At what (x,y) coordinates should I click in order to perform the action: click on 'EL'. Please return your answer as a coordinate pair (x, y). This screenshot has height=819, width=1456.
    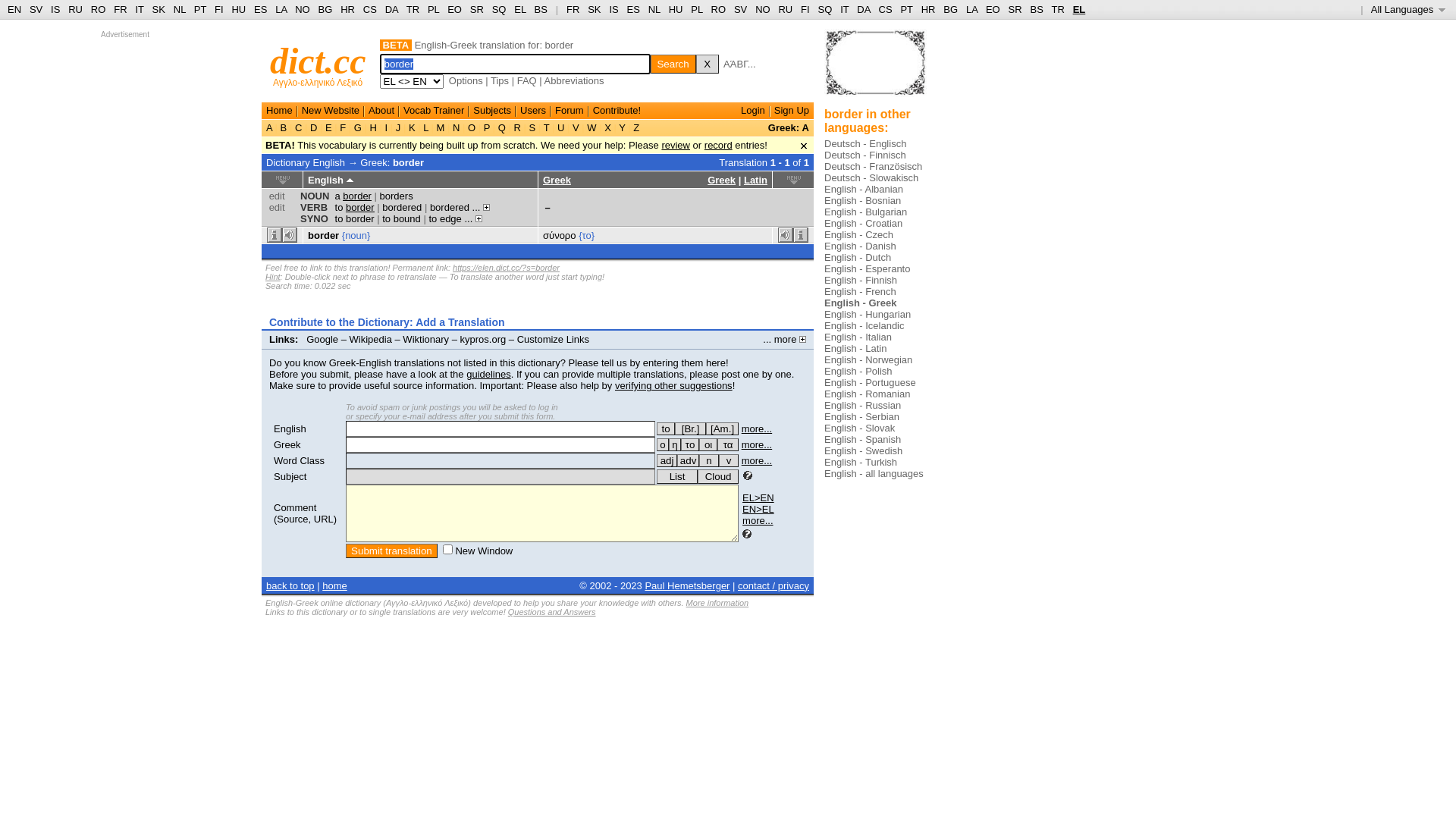
    Looking at the image, I should click on (1072, 9).